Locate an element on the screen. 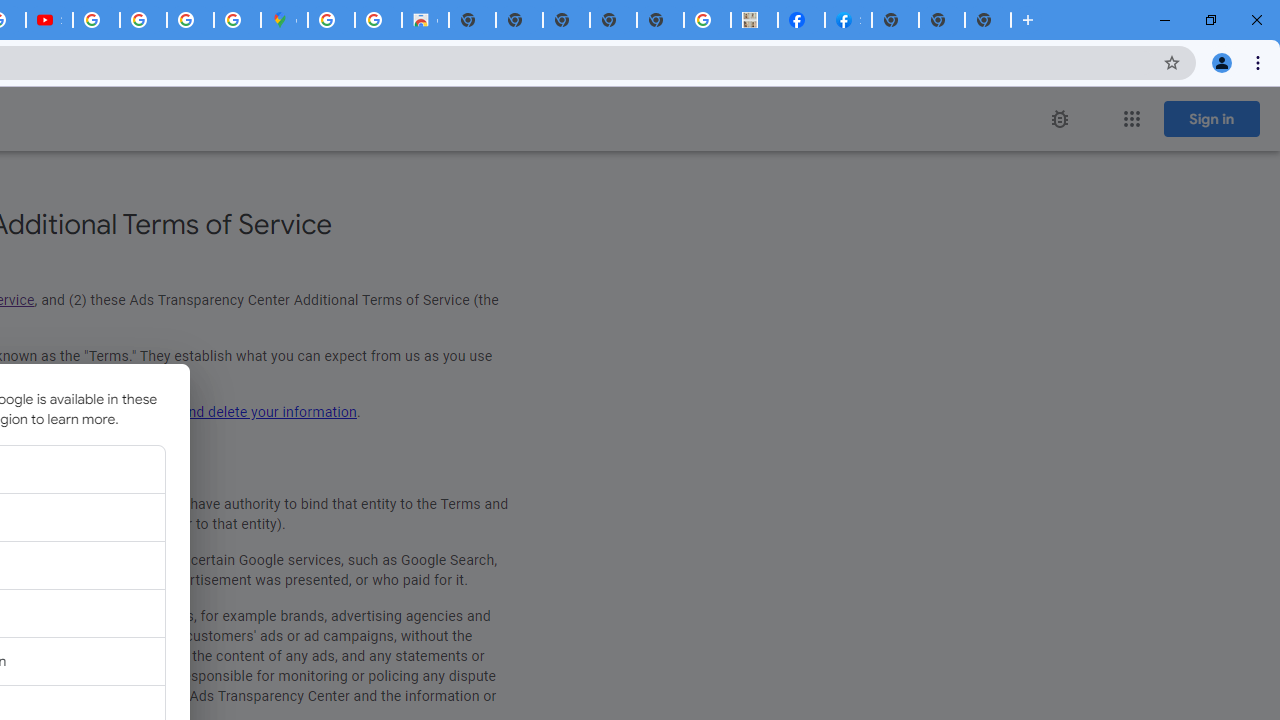 The image size is (1280, 720). 'Google Maps' is located at coordinates (283, 20).